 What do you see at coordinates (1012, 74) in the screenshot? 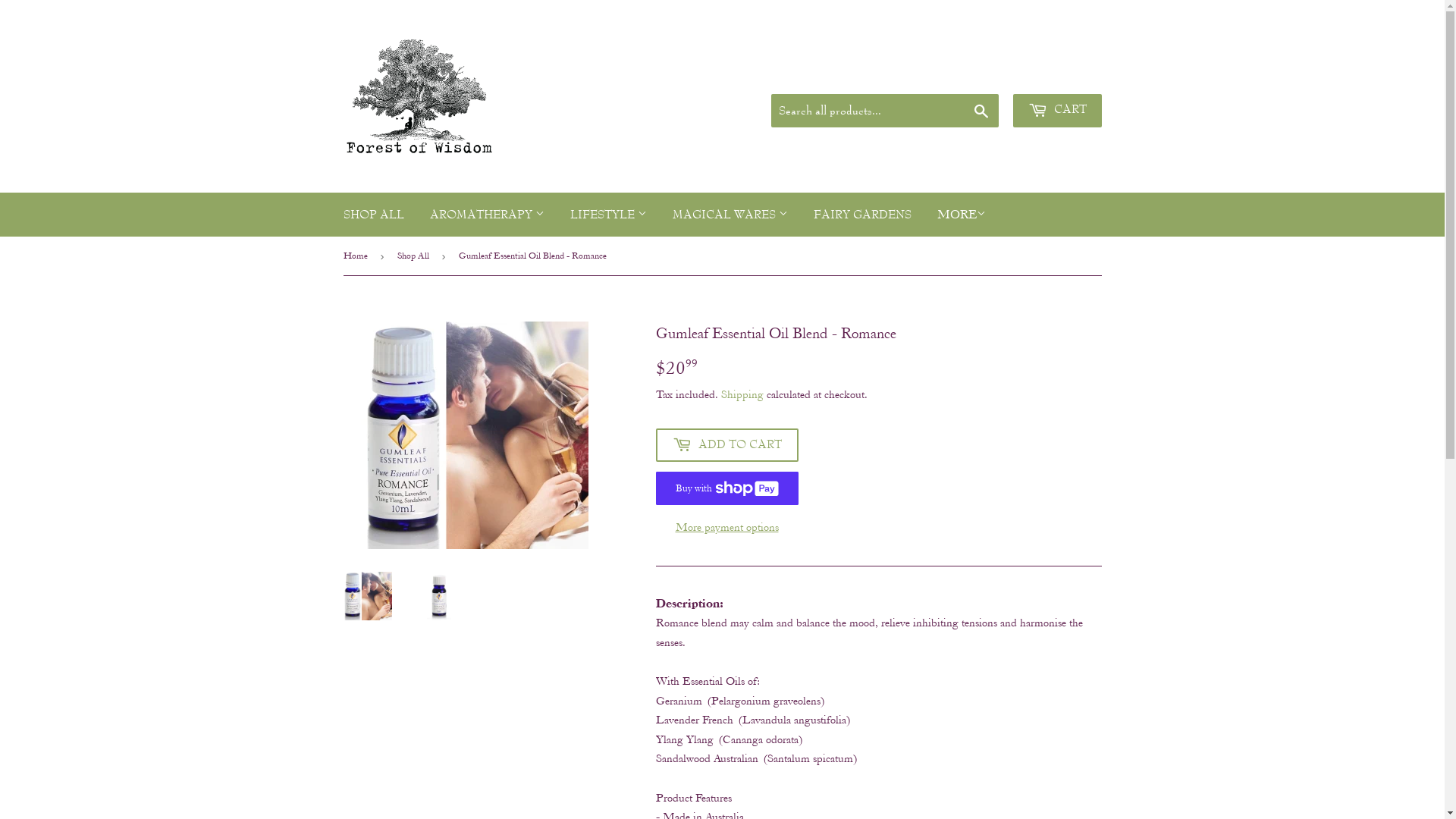
I see `'Create an Account'` at bounding box center [1012, 74].